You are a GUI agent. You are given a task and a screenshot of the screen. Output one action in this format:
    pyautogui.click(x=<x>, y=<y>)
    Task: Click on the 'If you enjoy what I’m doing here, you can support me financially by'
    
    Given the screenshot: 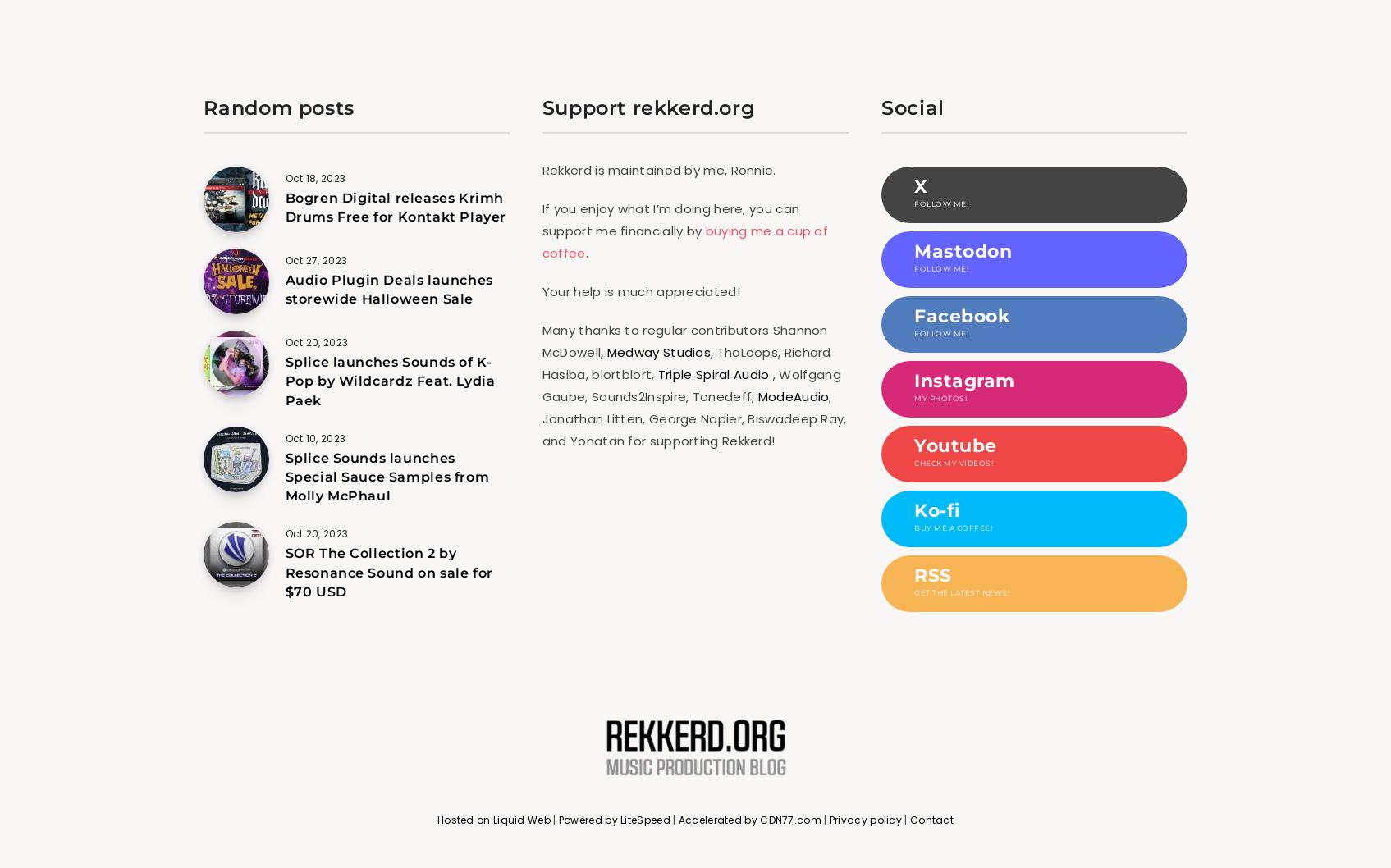 What is the action you would take?
    pyautogui.click(x=542, y=218)
    